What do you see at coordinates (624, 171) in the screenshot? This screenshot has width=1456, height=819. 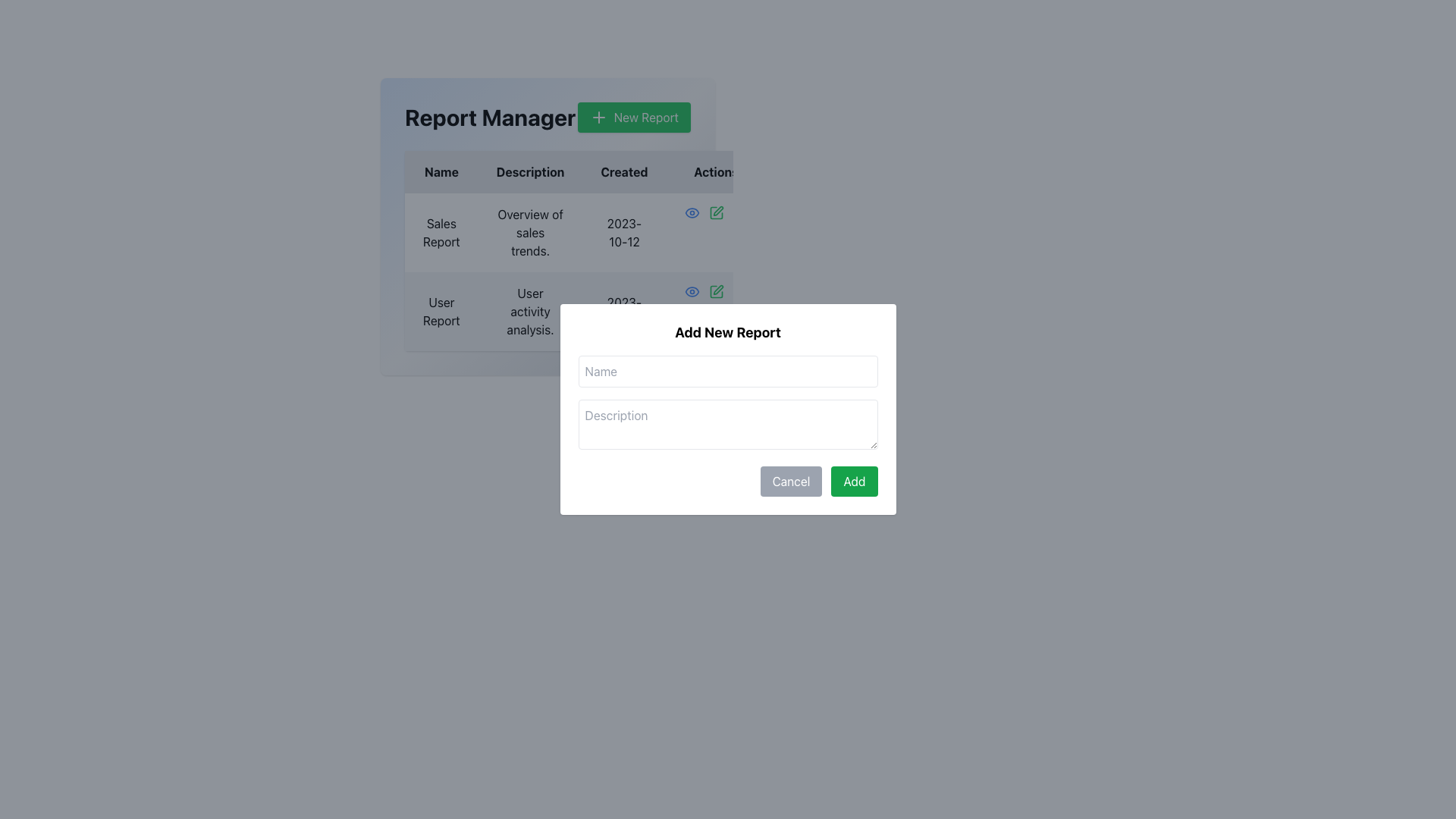 I see `the header text label indicating the creation date of records in the table, which is the third column between 'Description' and 'Actions' labels` at bounding box center [624, 171].